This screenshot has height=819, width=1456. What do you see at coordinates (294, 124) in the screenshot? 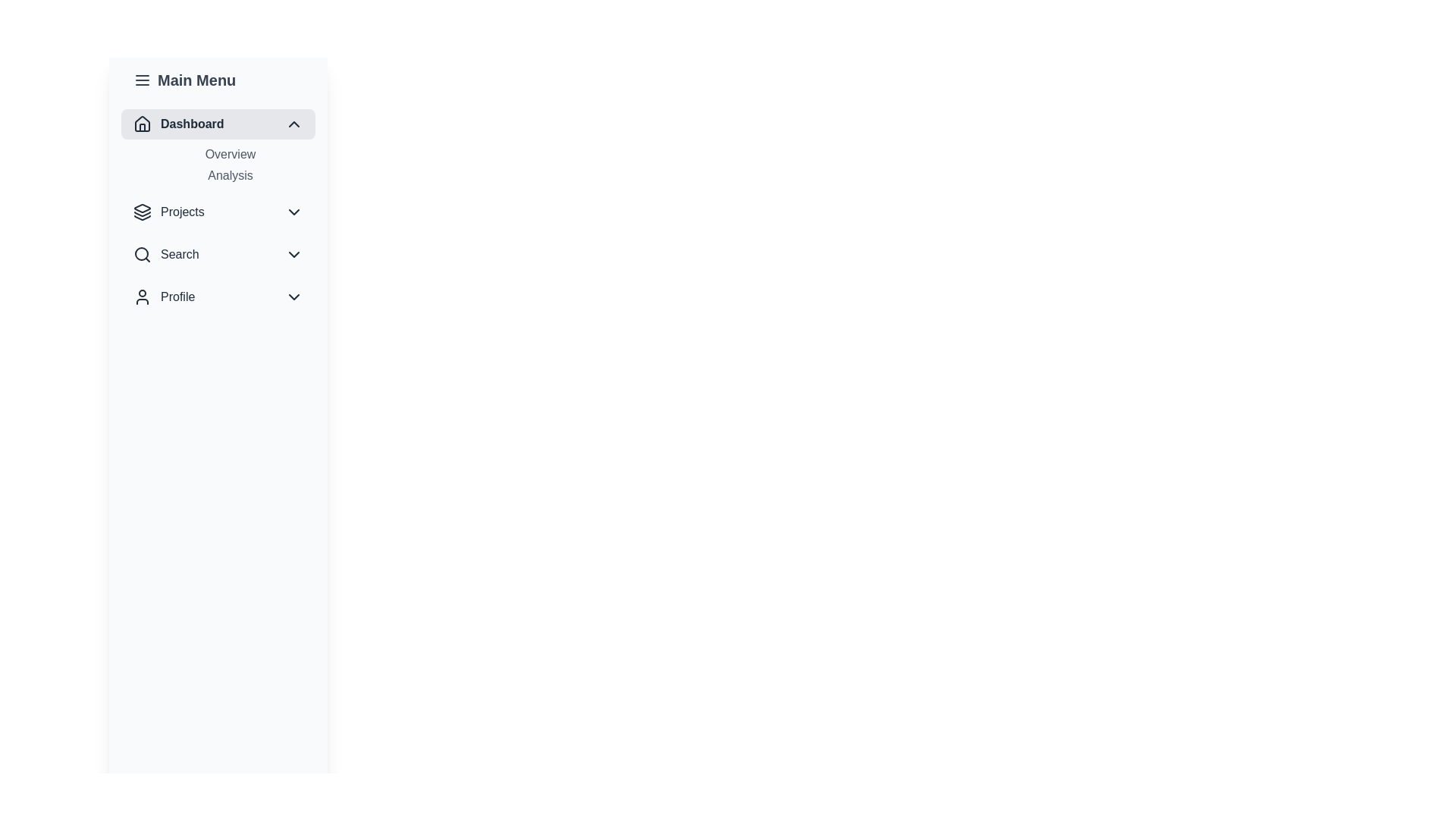
I see `the chevron icon at the far right of the 'Dashboard' menu` at bounding box center [294, 124].